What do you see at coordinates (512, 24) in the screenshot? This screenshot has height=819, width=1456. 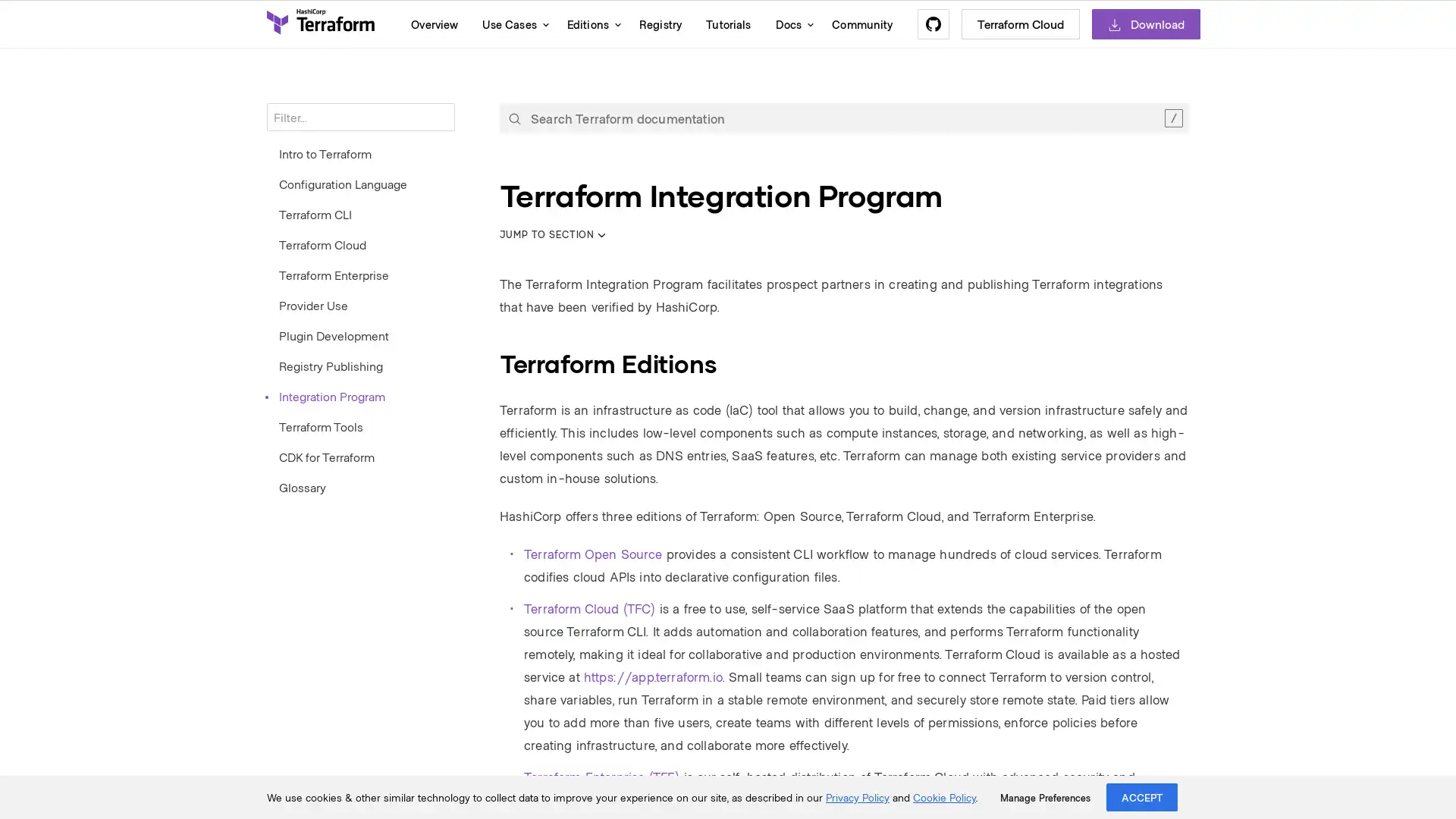 I see `Use Cases` at bounding box center [512, 24].